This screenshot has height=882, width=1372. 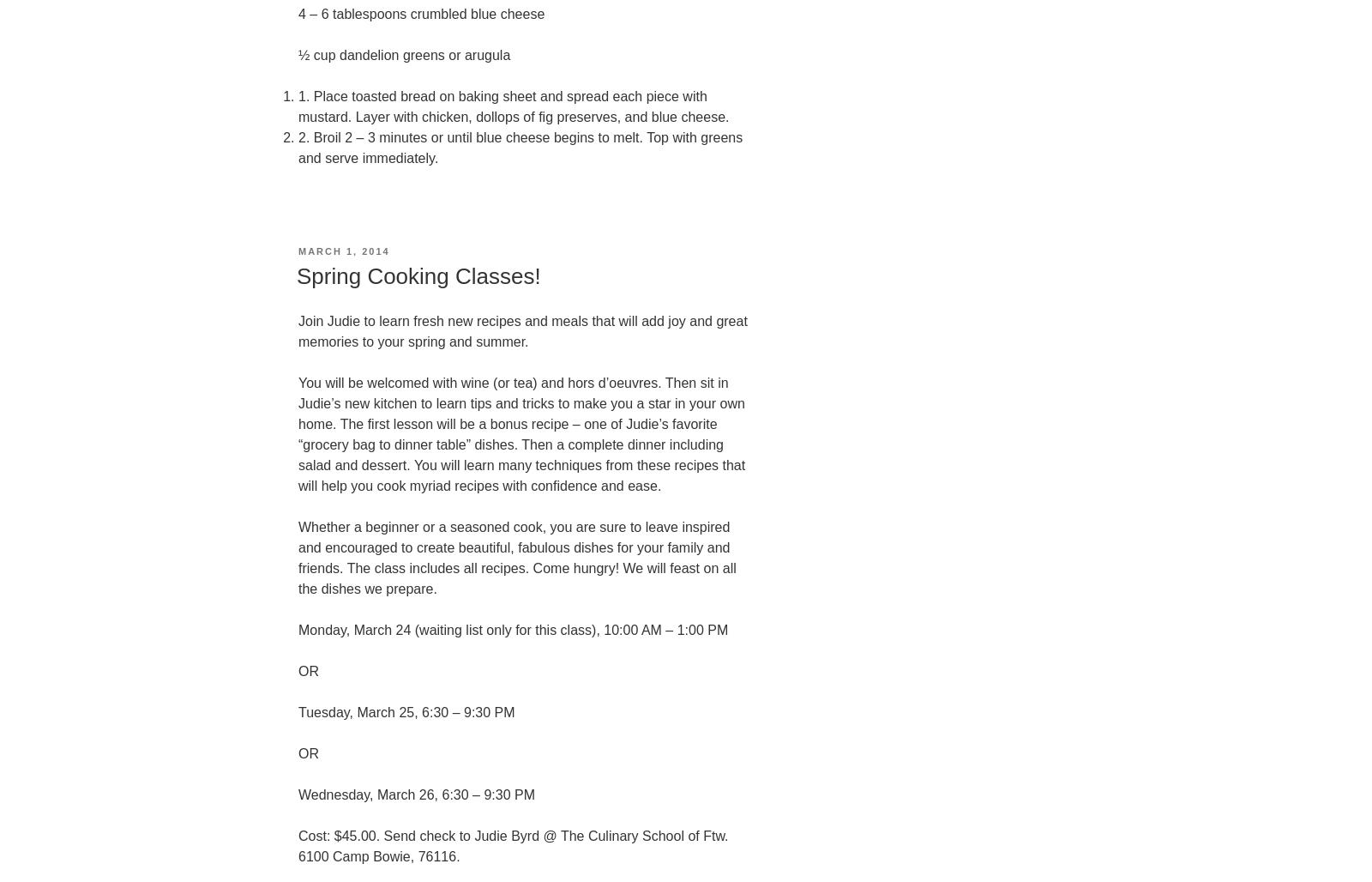 What do you see at coordinates (521, 147) in the screenshot?
I see `'2. Broil 2 – 3 minutes or until blue cheese begins to melt. Top with greens and serve immediately.'` at bounding box center [521, 147].